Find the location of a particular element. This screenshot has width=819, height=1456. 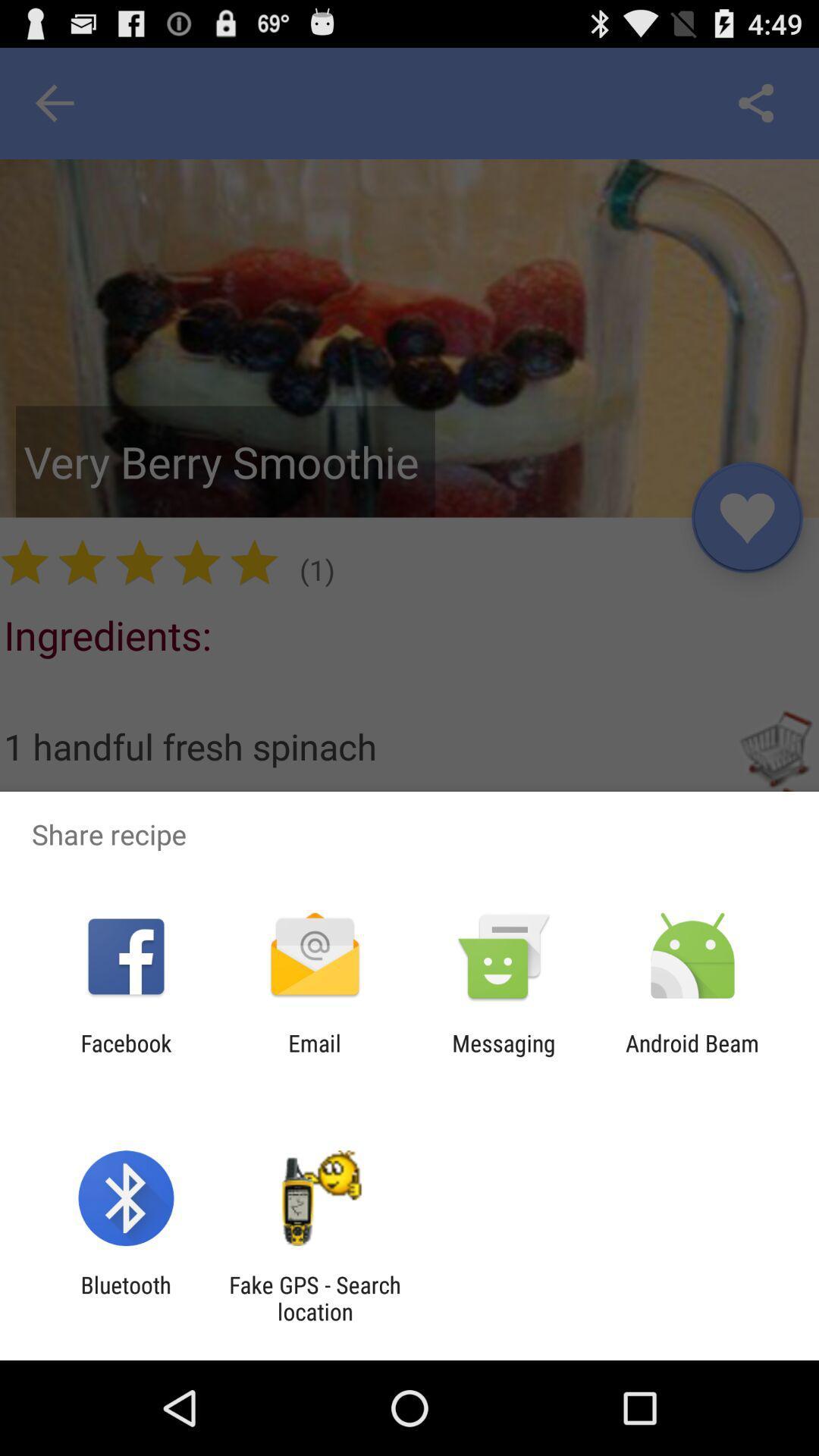

item to the left of the fake gps search item is located at coordinates (125, 1298).